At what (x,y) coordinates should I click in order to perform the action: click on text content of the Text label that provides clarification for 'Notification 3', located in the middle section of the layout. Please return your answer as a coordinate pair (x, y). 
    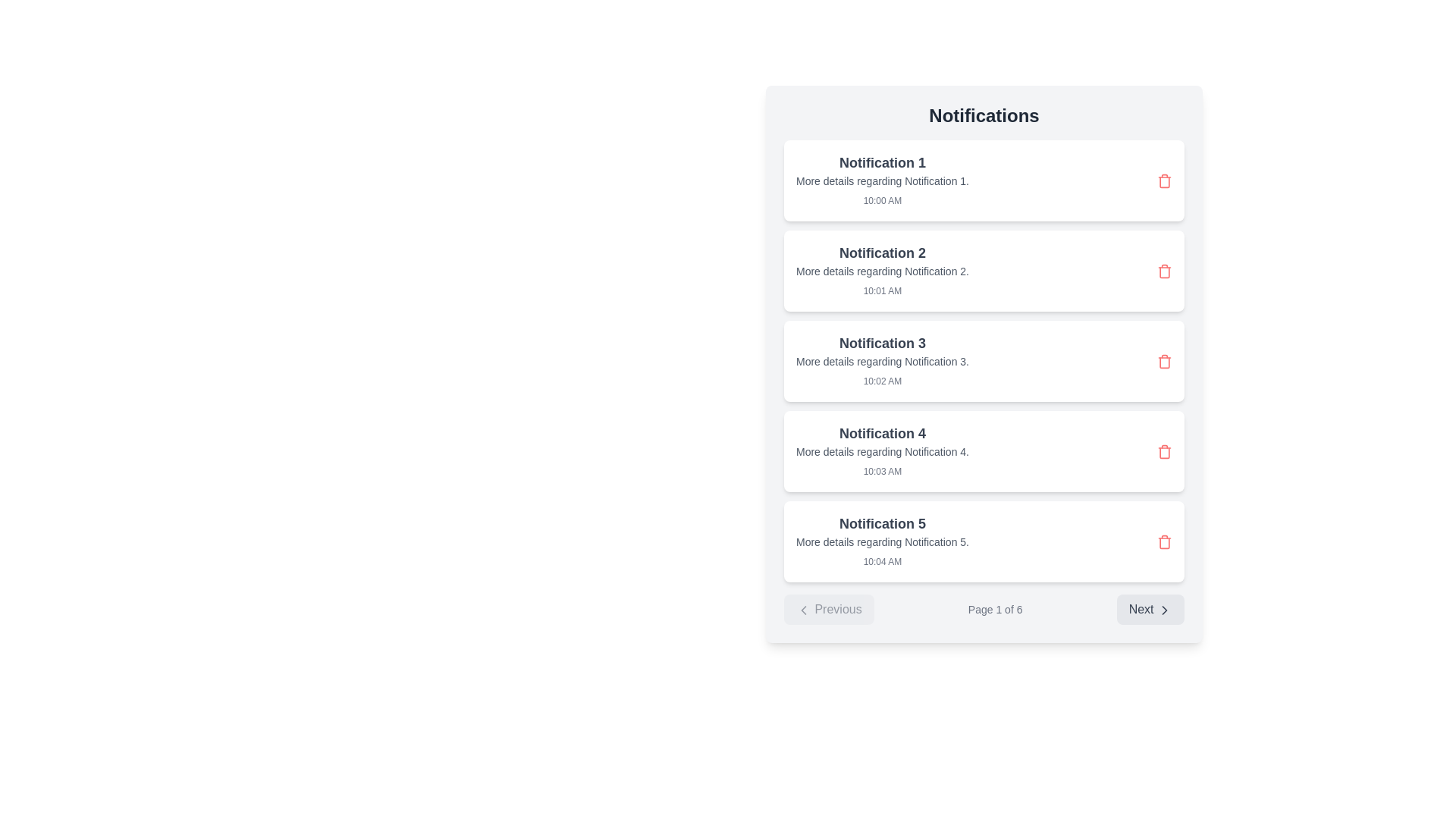
    Looking at the image, I should click on (883, 362).